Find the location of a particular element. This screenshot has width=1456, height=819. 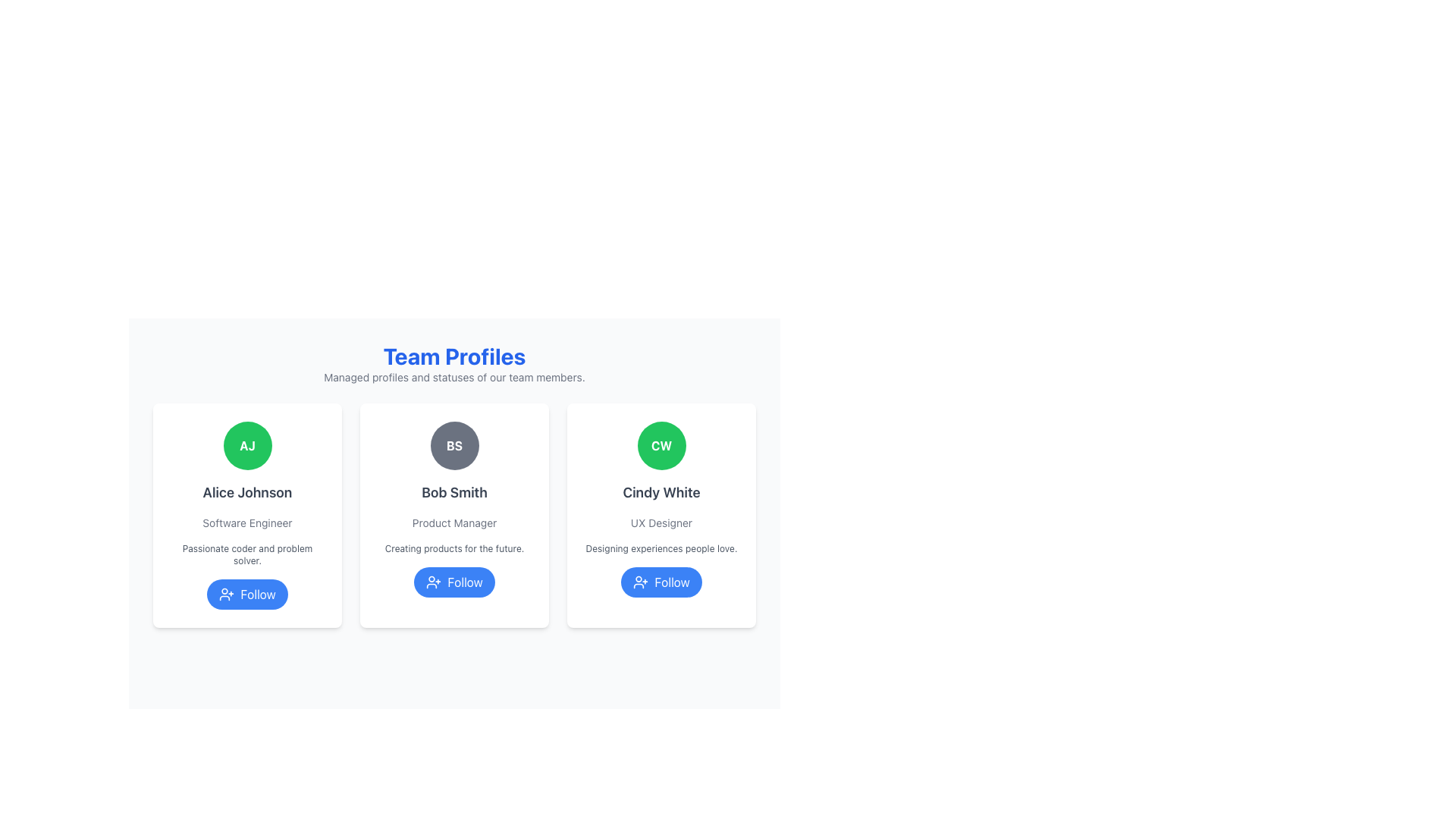

the textual content element that reads 'Designing experiences people love.' located below the 'UX Designer' designation in the card layout for 'Cindy White' is located at coordinates (661, 549).